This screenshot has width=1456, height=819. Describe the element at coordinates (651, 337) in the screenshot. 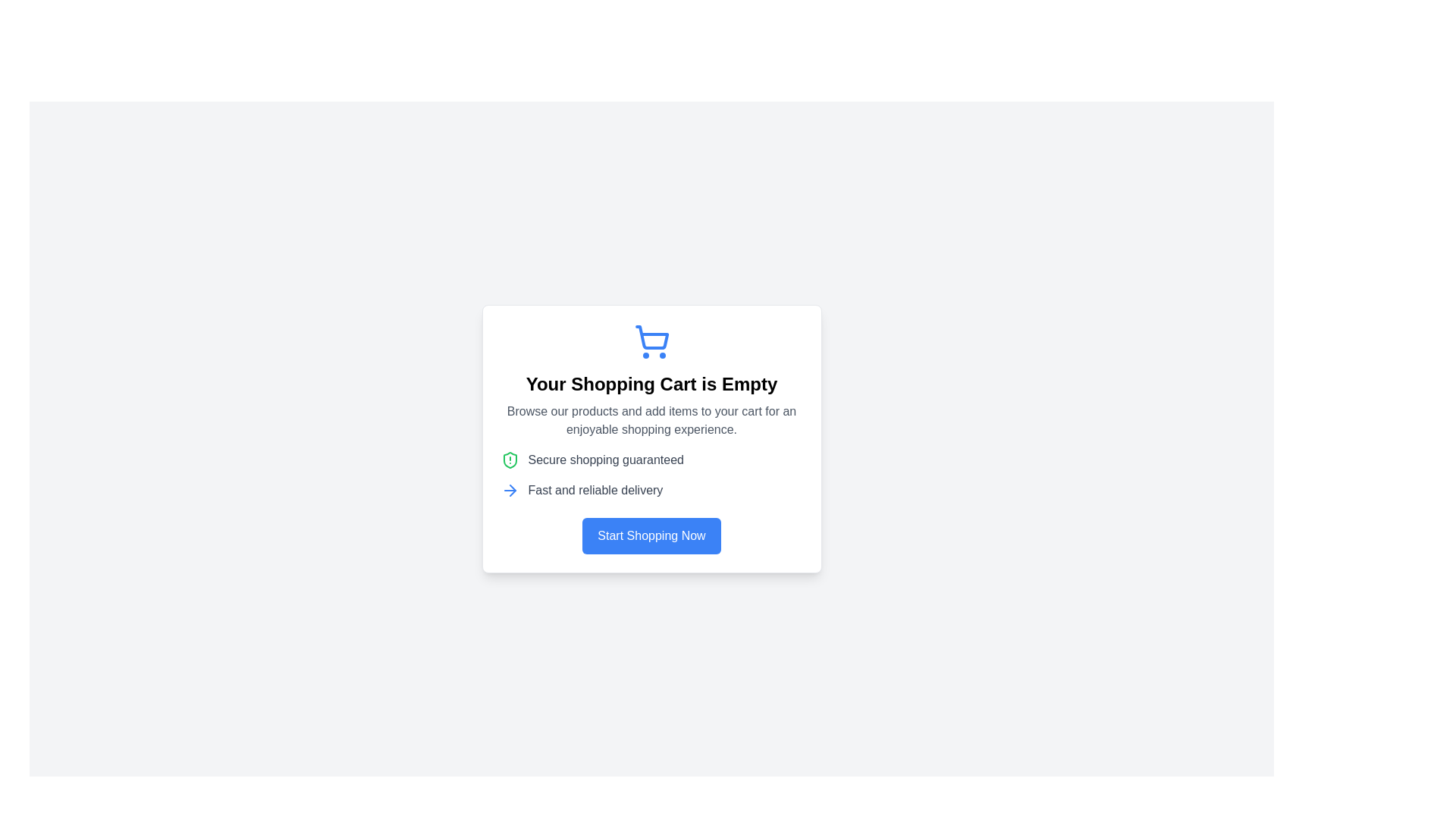

I see `the curved rectangular section of the shopping cart icon, which forms the body of the cart and is styled in blue within the SVG graphic` at that location.